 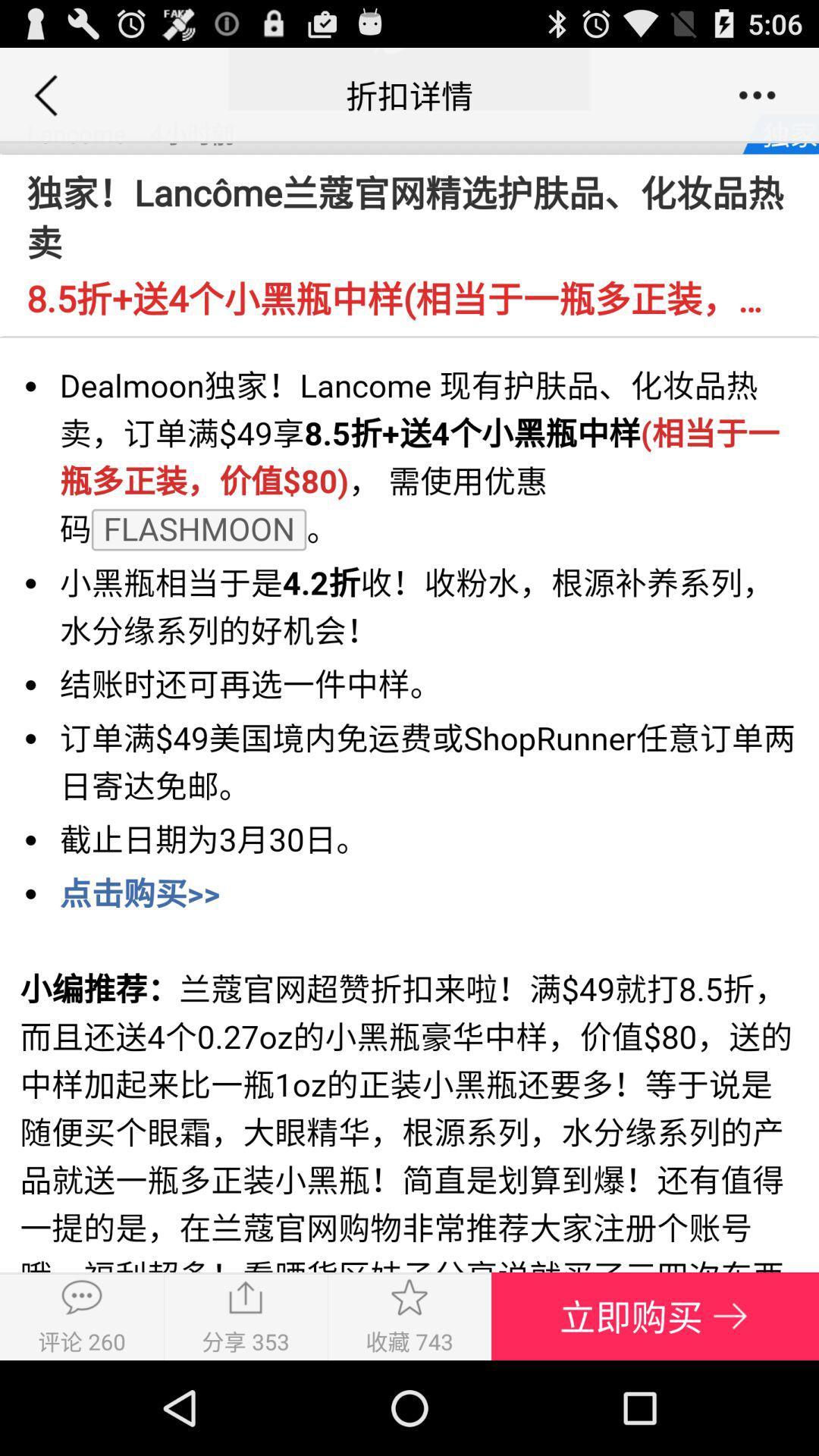 What do you see at coordinates (757, 101) in the screenshot?
I see `the more icon` at bounding box center [757, 101].